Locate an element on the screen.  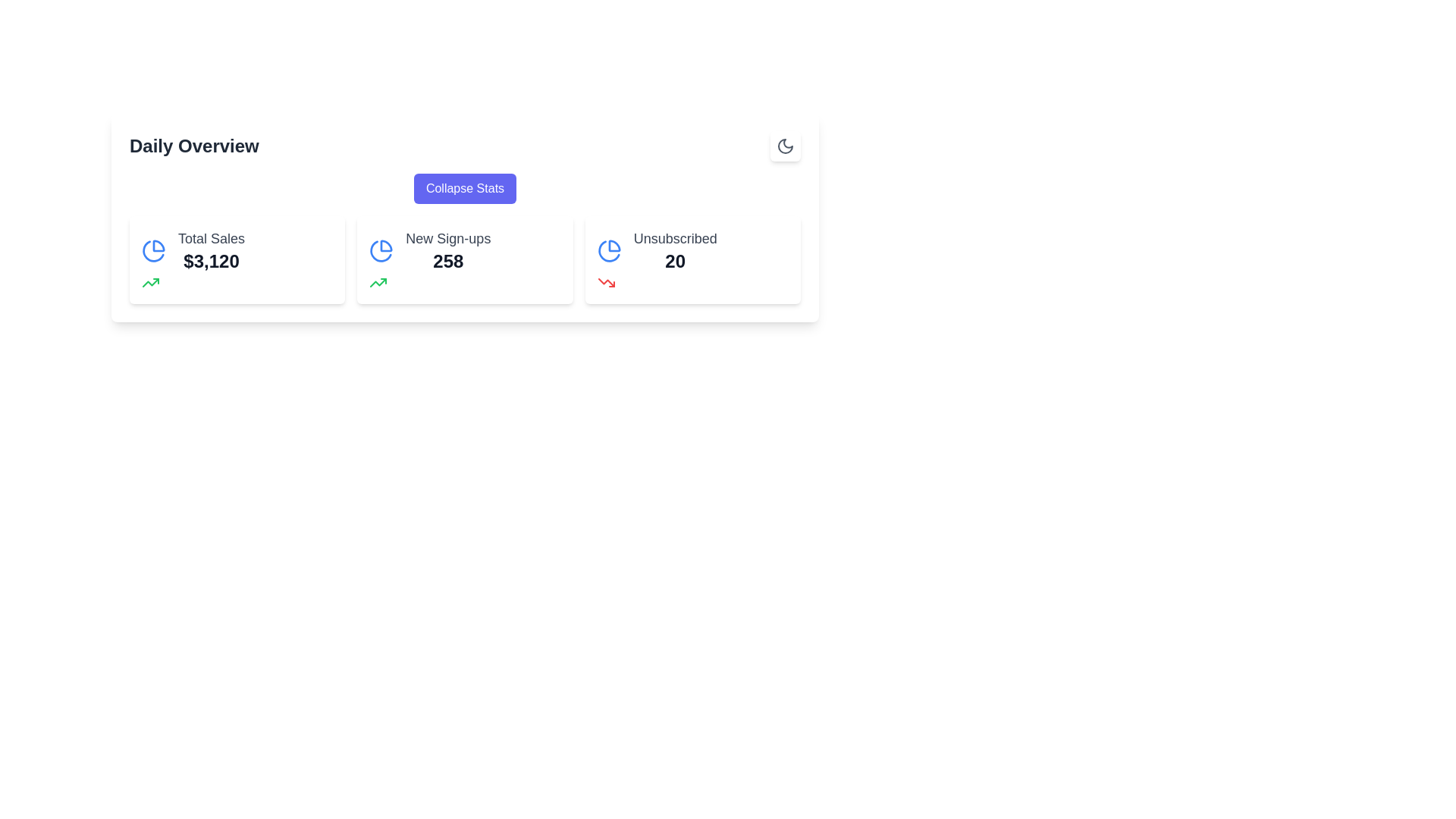
the Text Label that identifies the 'New Sign-ups' section, which is positioned between 'Total Sales' and 'Unsubscribed' is located at coordinates (447, 239).